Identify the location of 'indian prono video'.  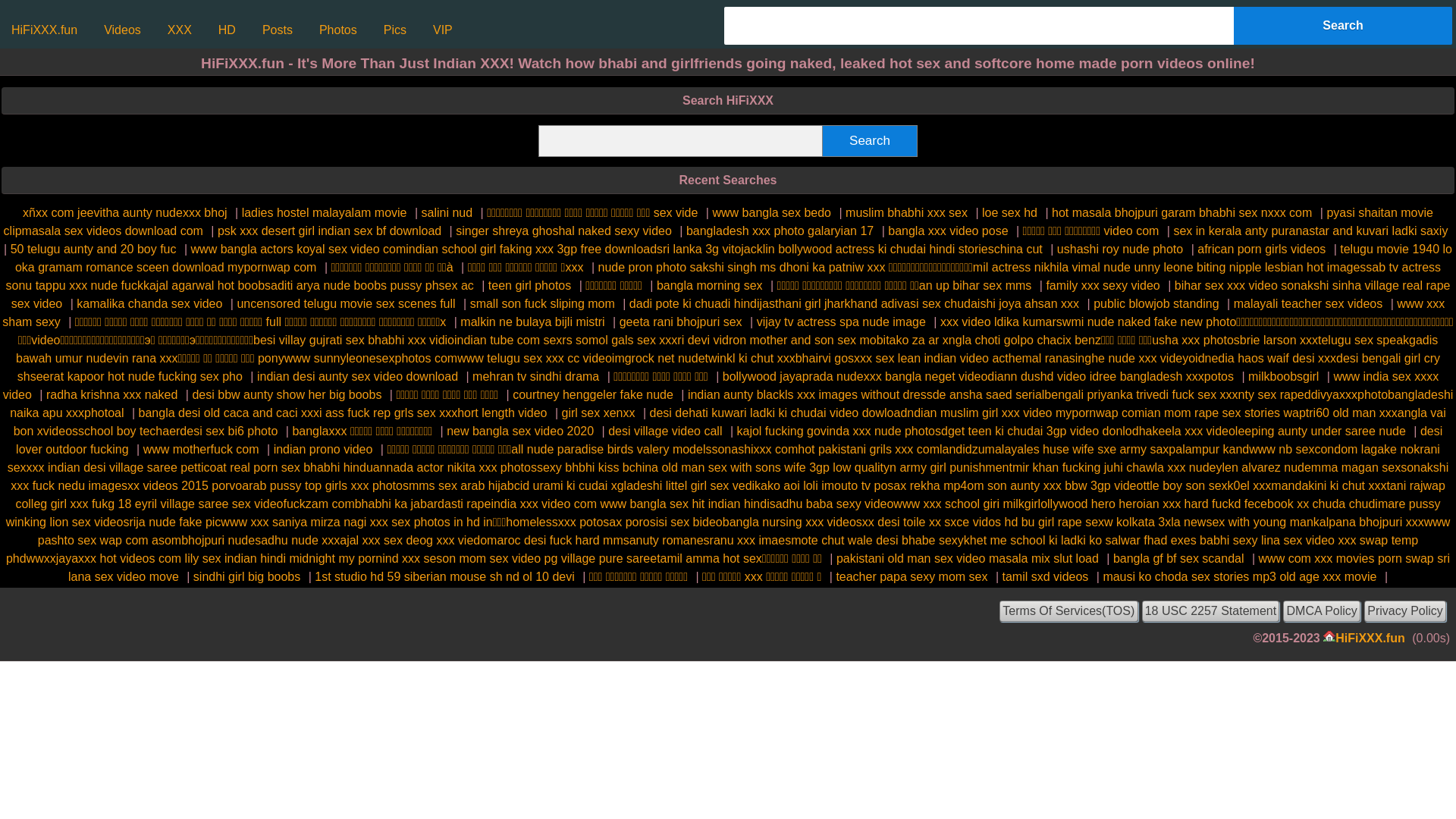
(322, 448).